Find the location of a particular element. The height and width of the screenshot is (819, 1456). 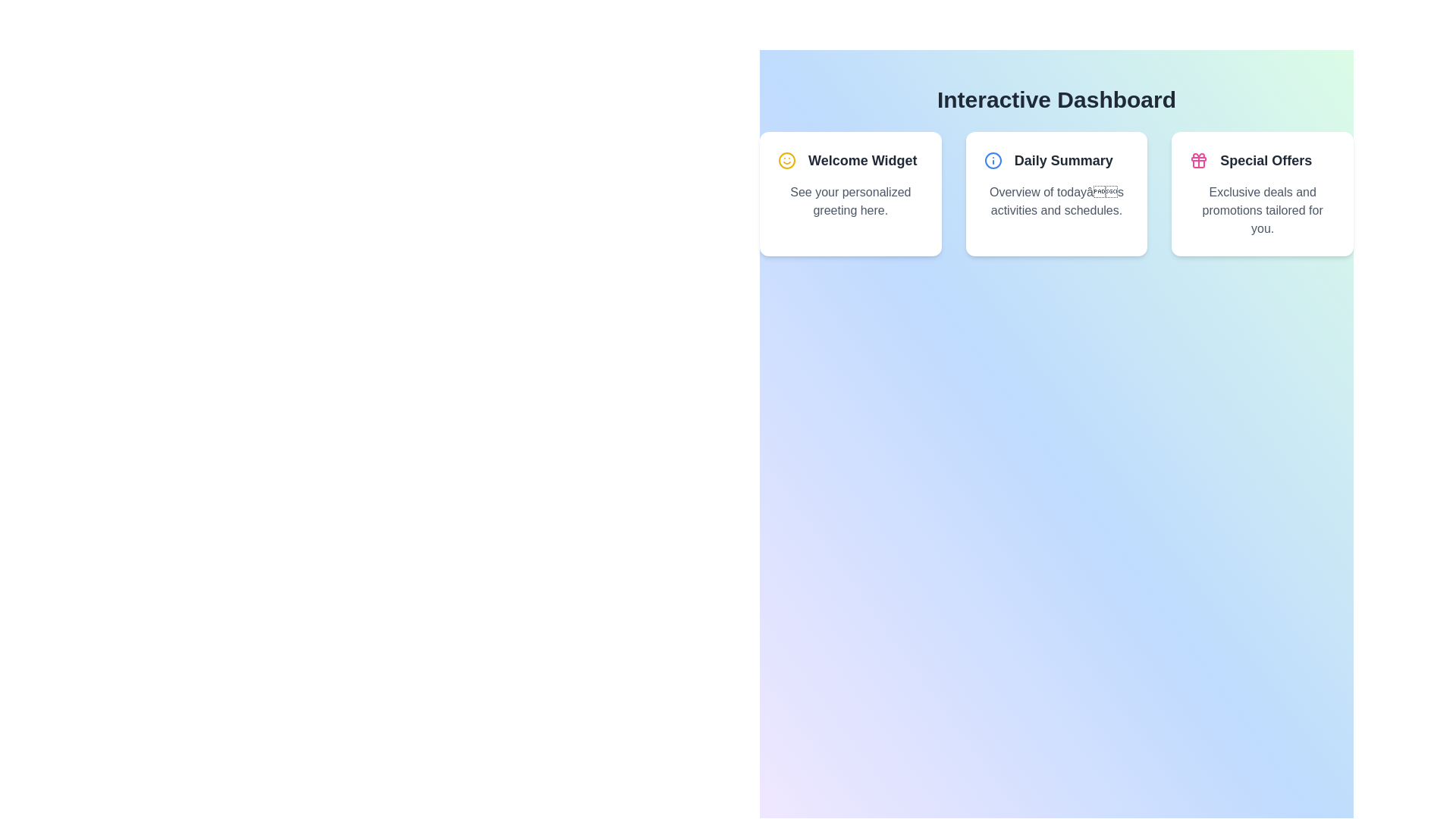

the static text element displaying 'See your personalized greeting here.' which is styled with the class 'text-gray-600' and positioned below the header text 'Welcome Widget' is located at coordinates (850, 201).